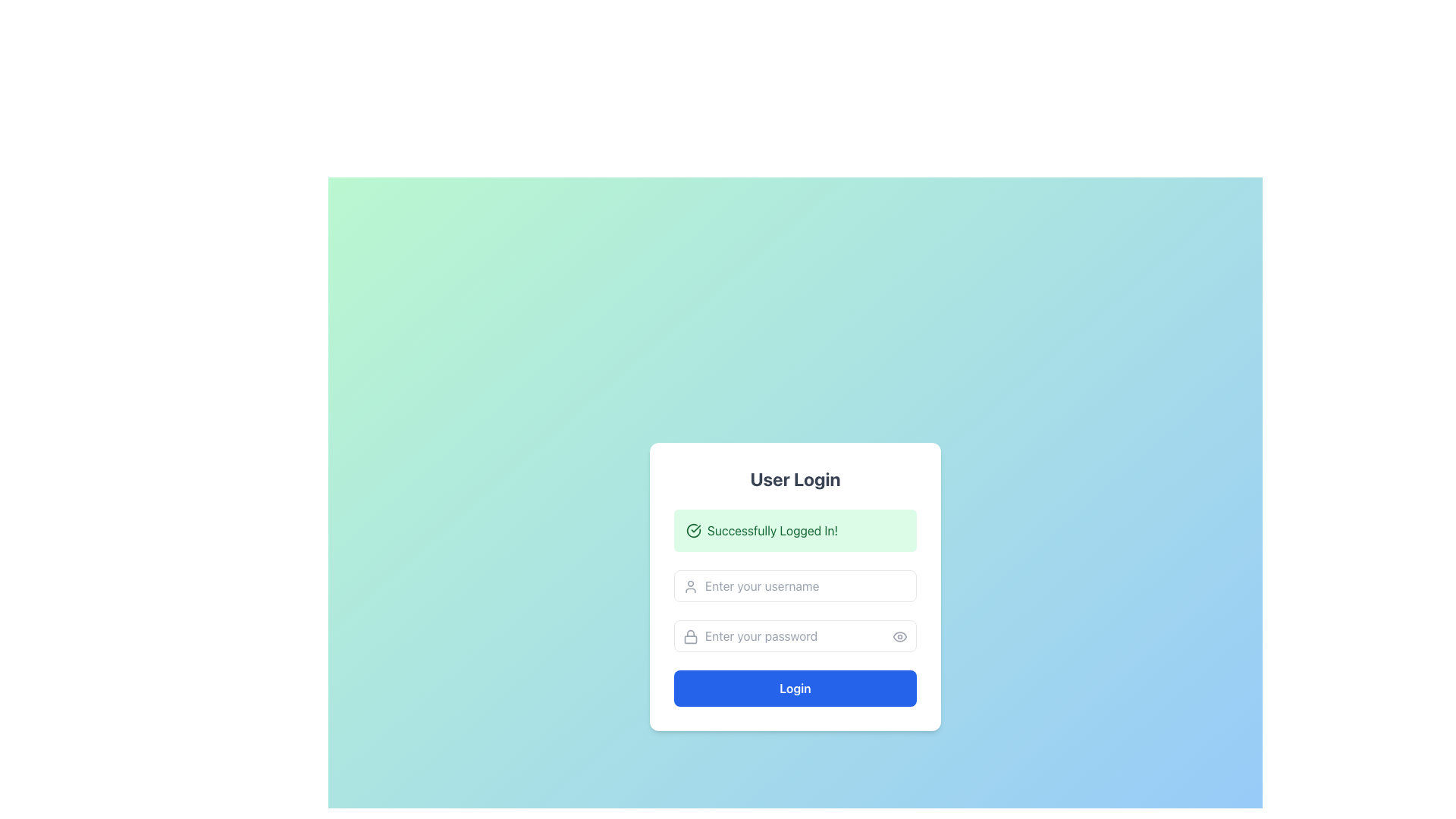 Image resolution: width=1456 pixels, height=819 pixels. I want to click on the password icon, which is located to the left side near the top edge of the password input field, providing a visual cue for password entry, so click(690, 637).